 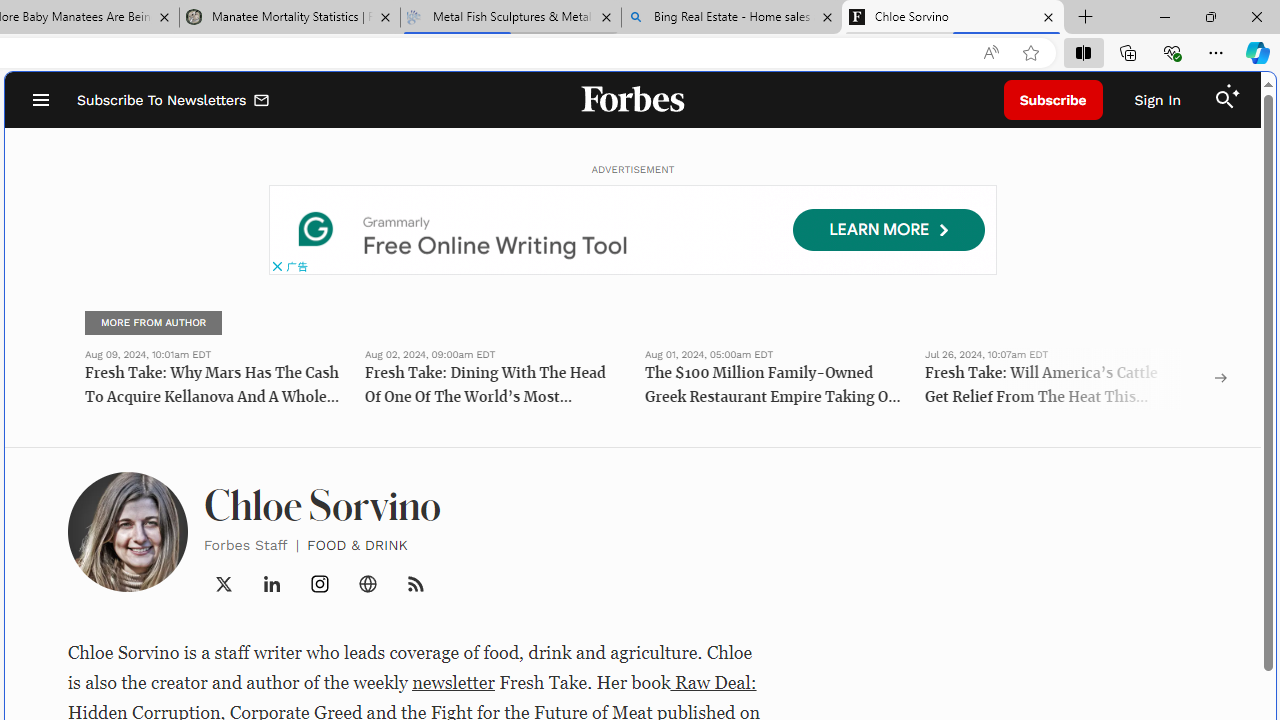 I want to click on 'Open Navigation Menu', so click(x=40, y=100).